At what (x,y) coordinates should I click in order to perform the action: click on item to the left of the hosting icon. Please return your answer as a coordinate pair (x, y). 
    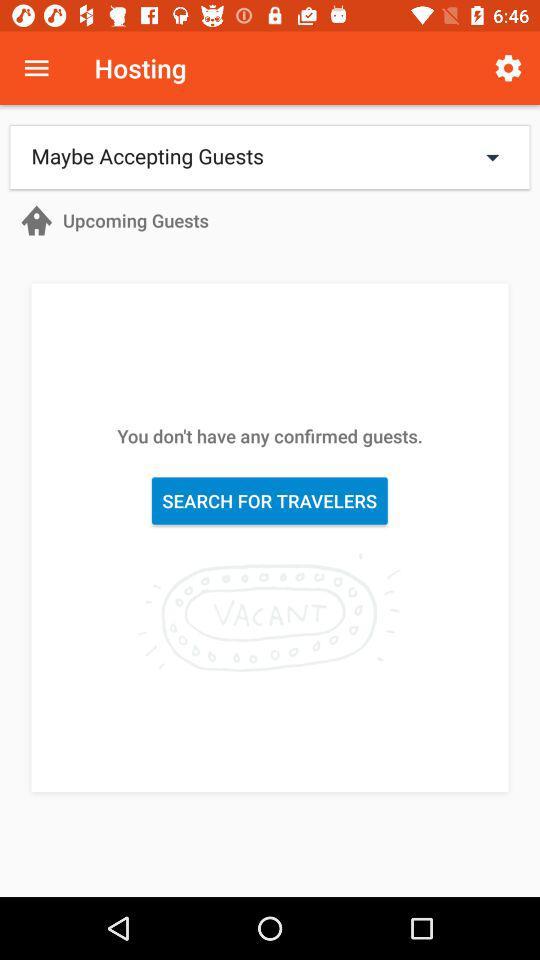
    Looking at the image, I should click on (36, 68).